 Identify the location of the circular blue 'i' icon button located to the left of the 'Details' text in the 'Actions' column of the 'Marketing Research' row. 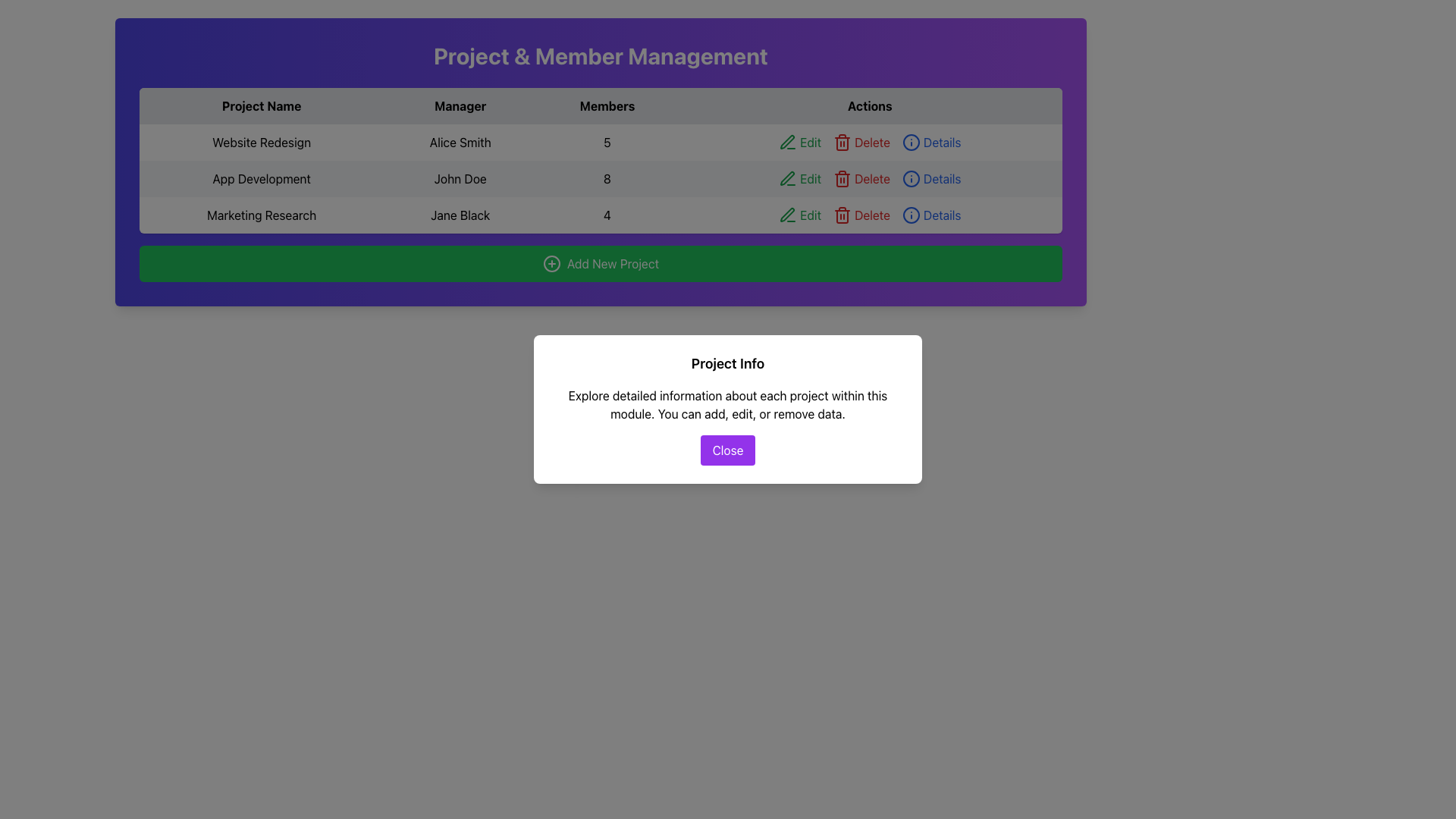
(910, 215).